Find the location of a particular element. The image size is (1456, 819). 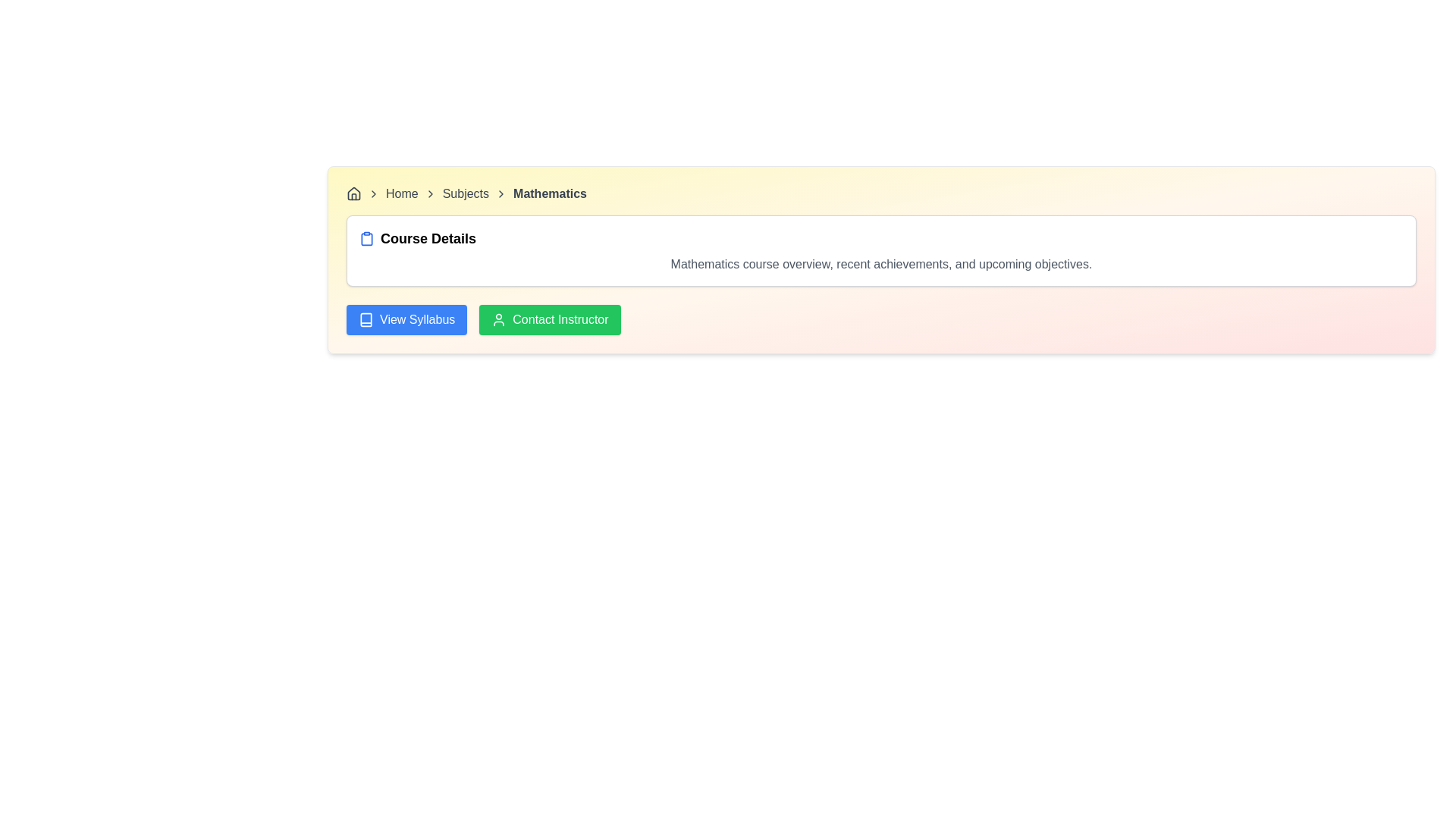

the blue clipboard icon located in the 'Course Details' header section, which is positioned to the left of the text 'Course Details' is located at coordinates (367, 239).